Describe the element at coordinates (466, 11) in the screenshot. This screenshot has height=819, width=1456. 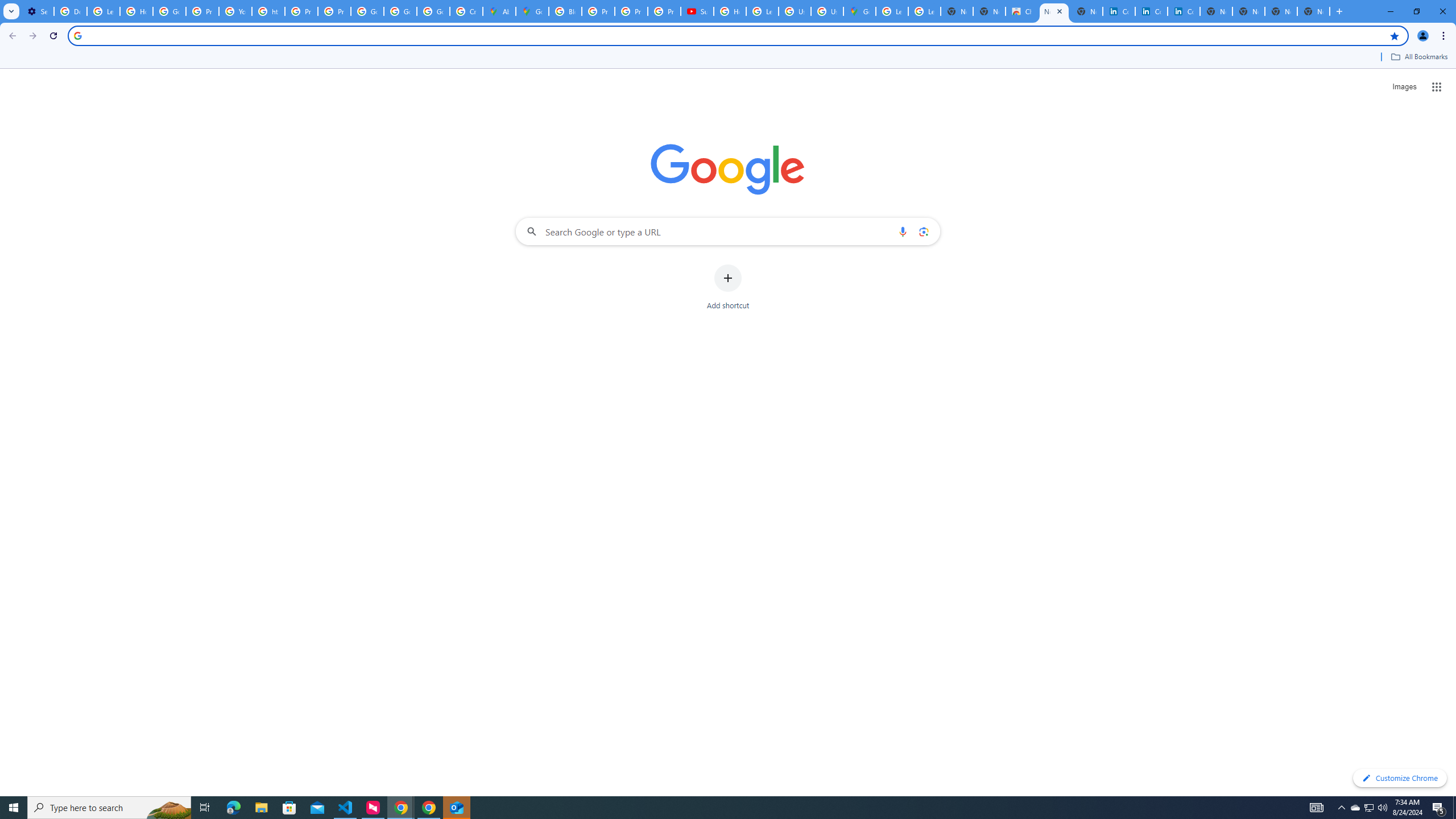
I see `'Create your Google Account'` at that location.